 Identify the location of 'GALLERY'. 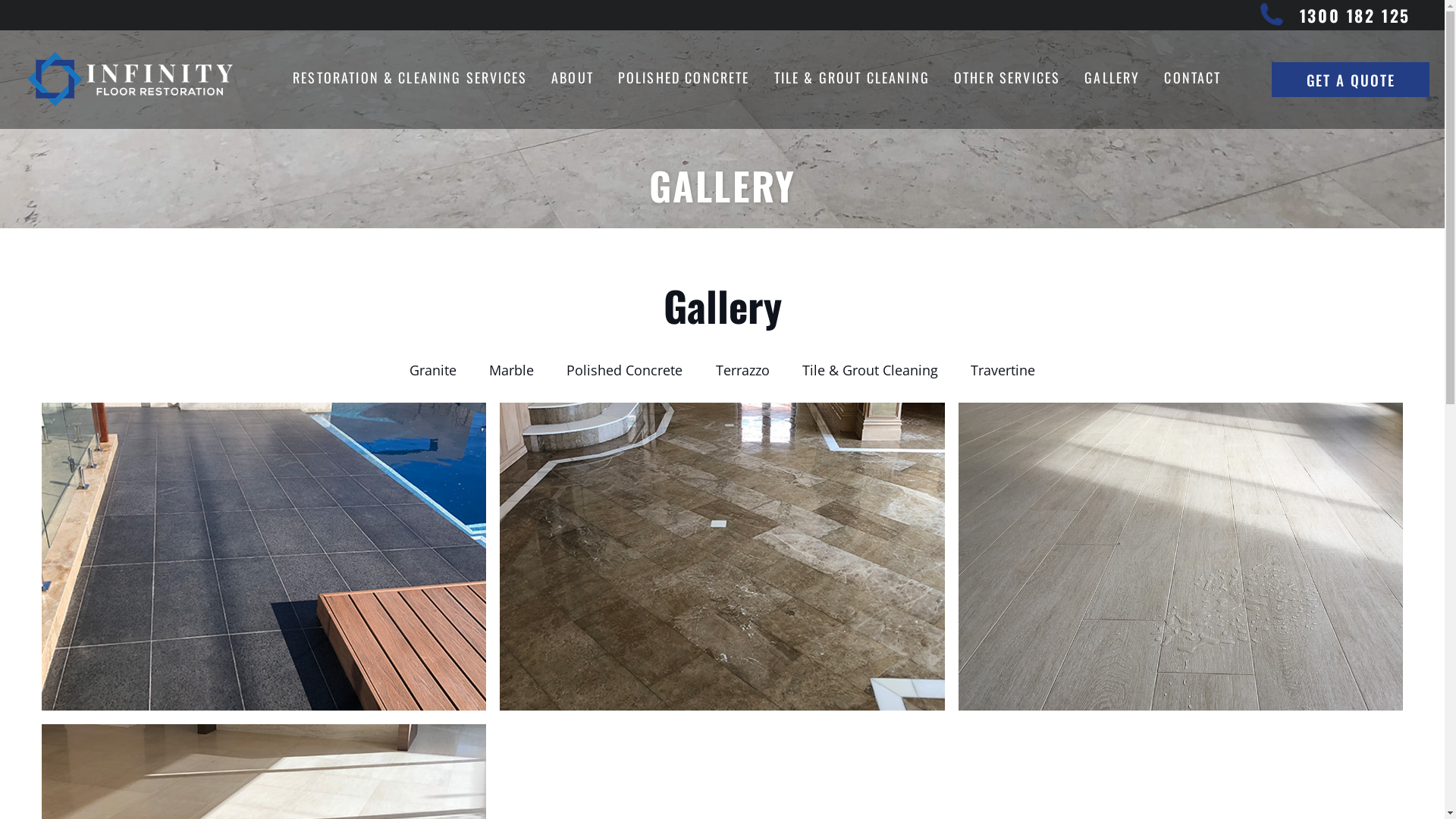
(1112, 79).